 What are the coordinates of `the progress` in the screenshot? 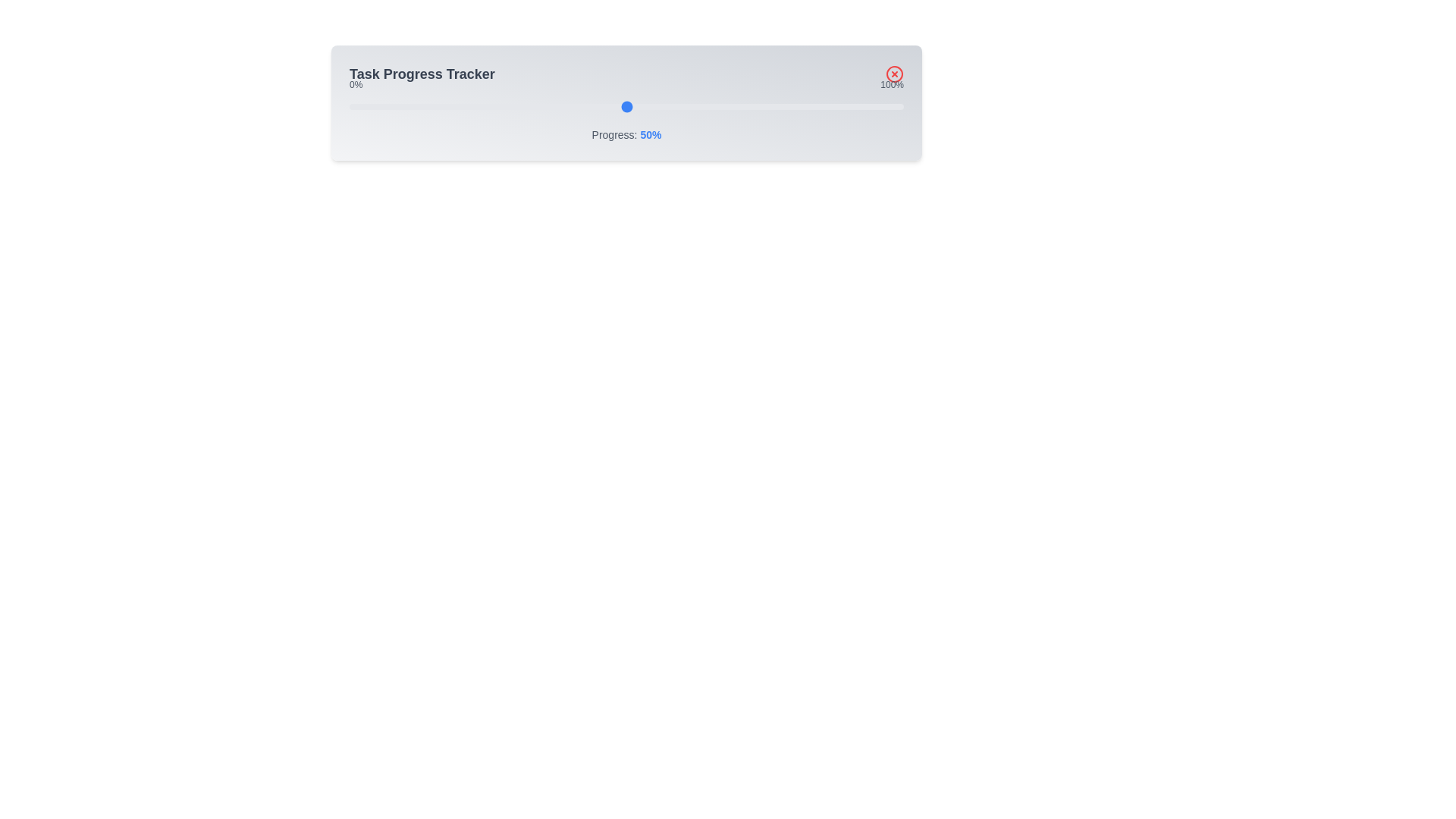 It's located at (814, 106).